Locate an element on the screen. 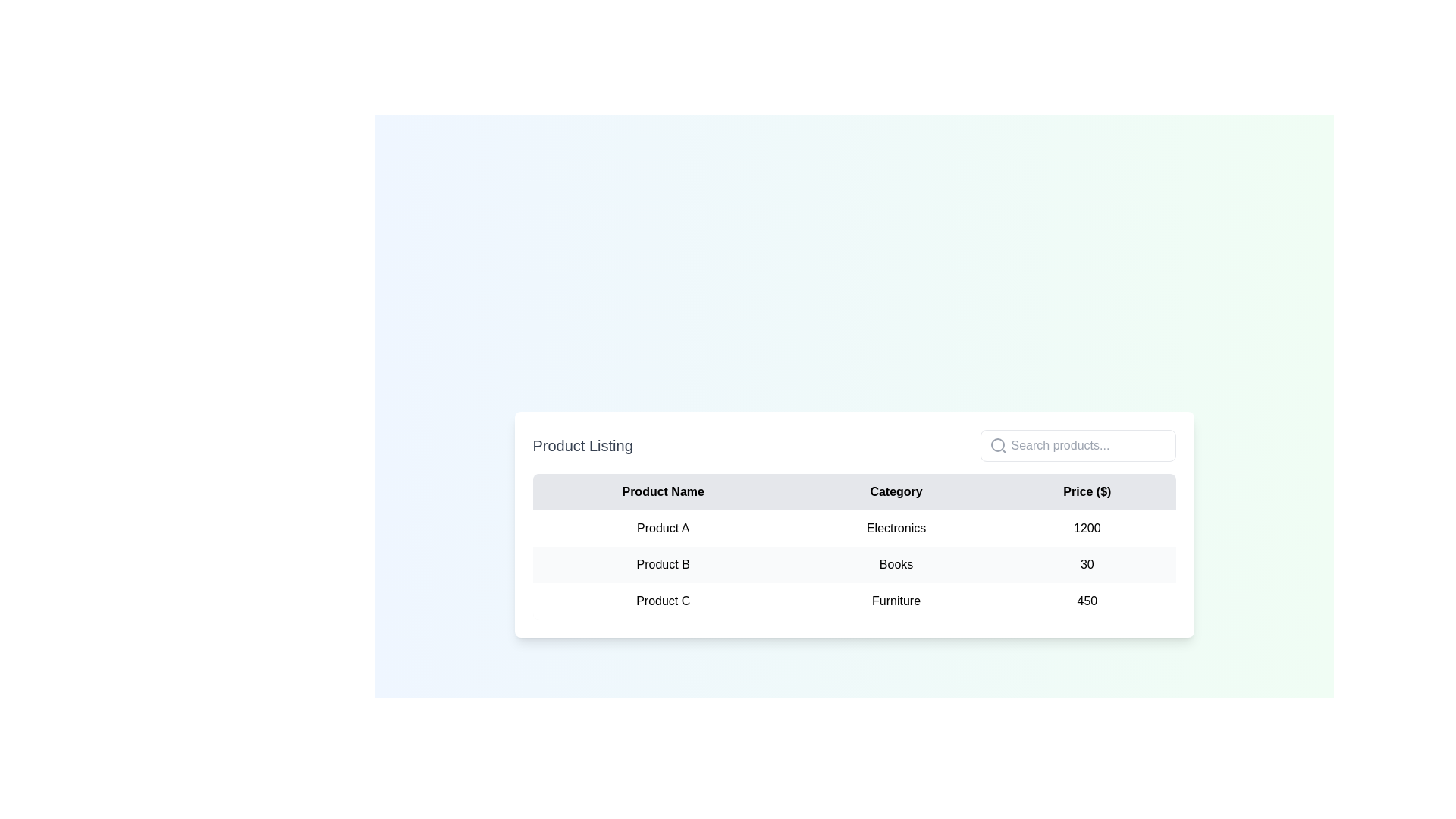 The width and height of the screenshot is (1456, 819). the static text label 'Category' in the table header, which is the second item from the left, adjacent to 'Product Name' and 'Price ($)', with a light gray background and bold black text is located at coordinates (896, 491).